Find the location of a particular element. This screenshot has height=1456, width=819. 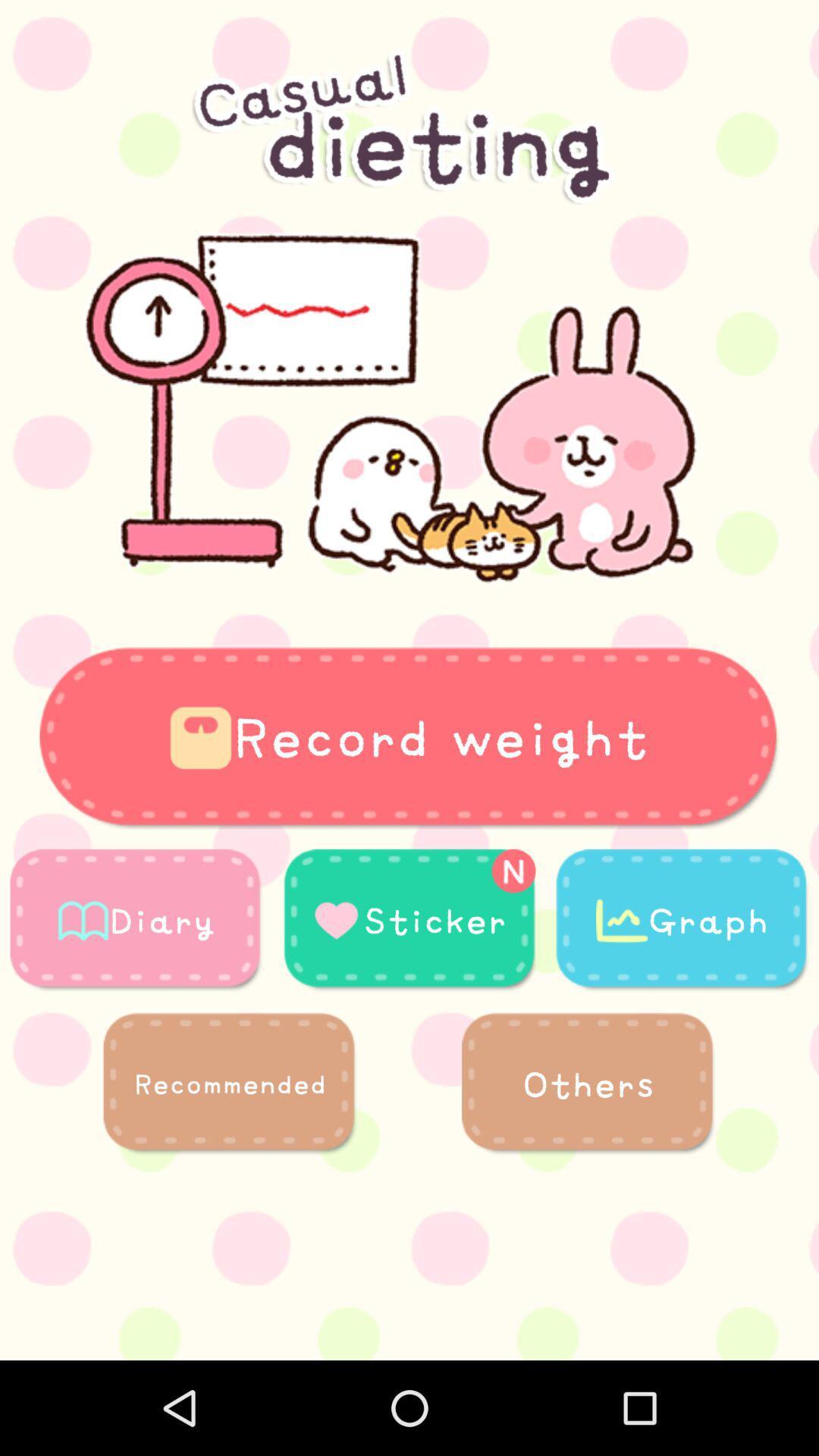

the more icon is located at coordinates (588, 1160).